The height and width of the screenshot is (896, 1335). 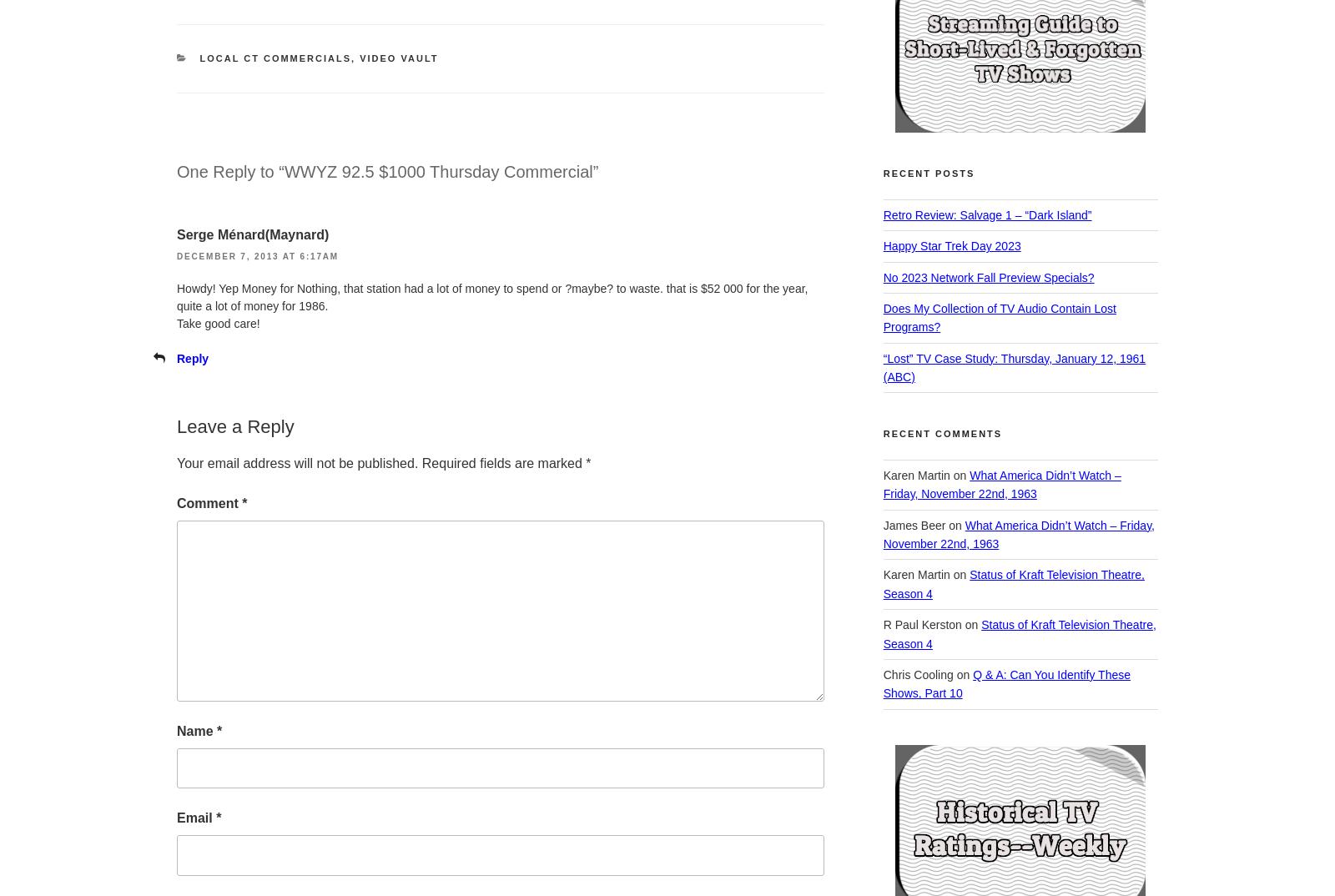 I want to click on 'One Reply to “WWYZ 92.5 $1000 Thursday Commercial”', so click(x=386, y=171).